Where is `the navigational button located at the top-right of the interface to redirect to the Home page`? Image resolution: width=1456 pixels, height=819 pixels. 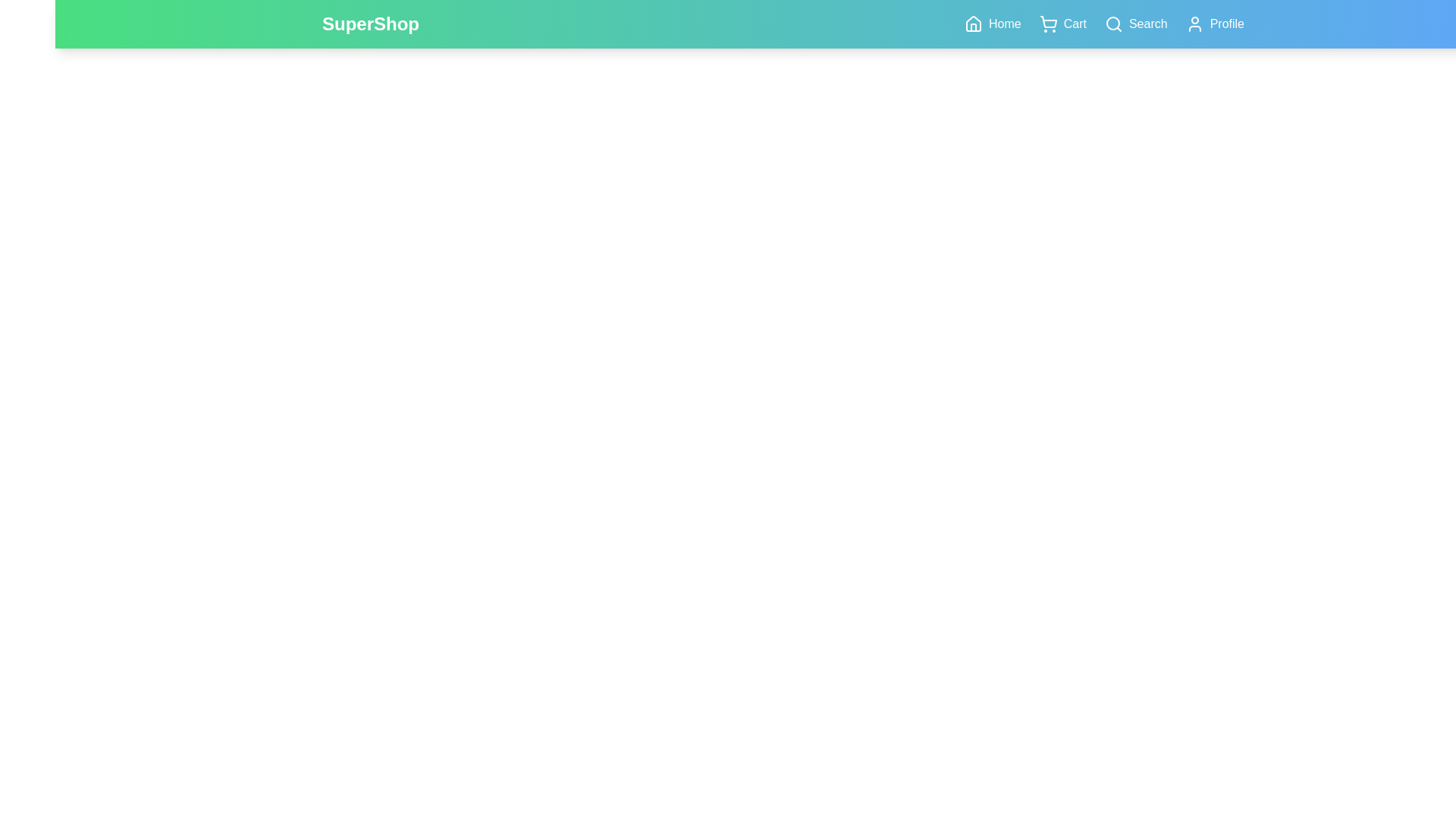
the navigational button located at the top-right of the interface to redirect to the Home page is located at coordinates (993, 24).